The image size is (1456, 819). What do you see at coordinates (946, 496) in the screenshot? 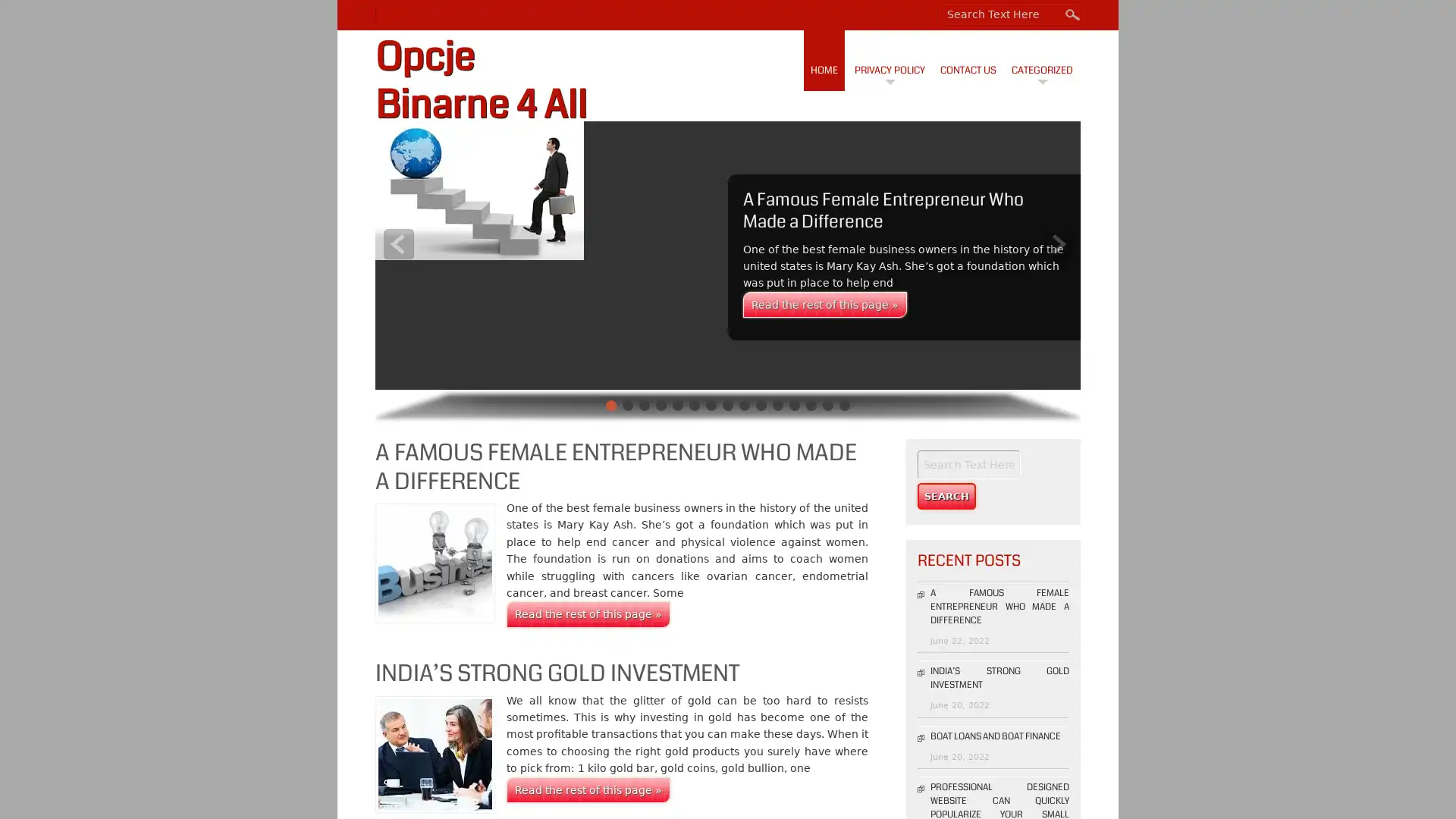
I see `Search` at bounding box center [946, 496].